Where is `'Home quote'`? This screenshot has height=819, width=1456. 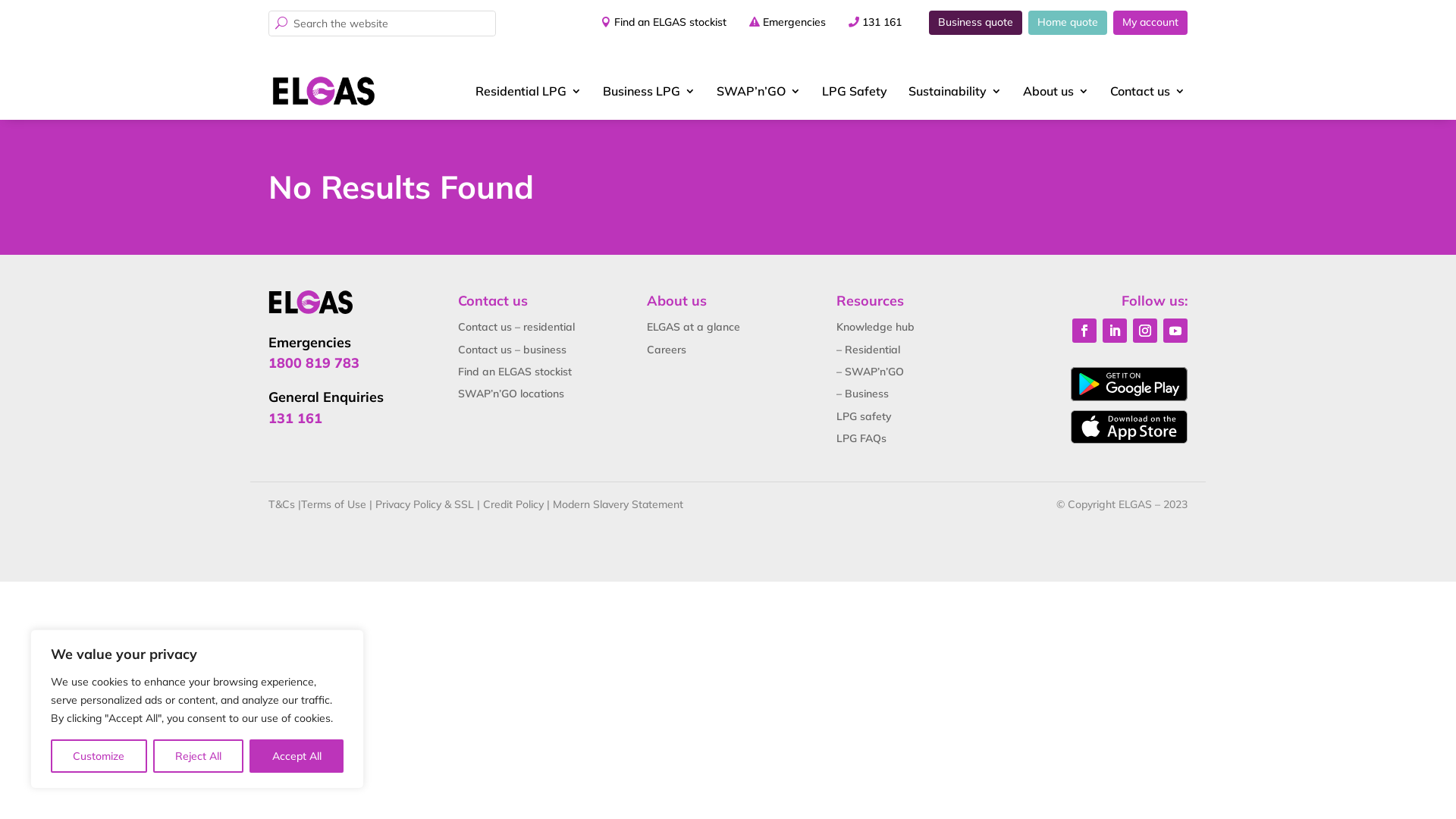 'Home quote' is located at coordinates (1066, 23).